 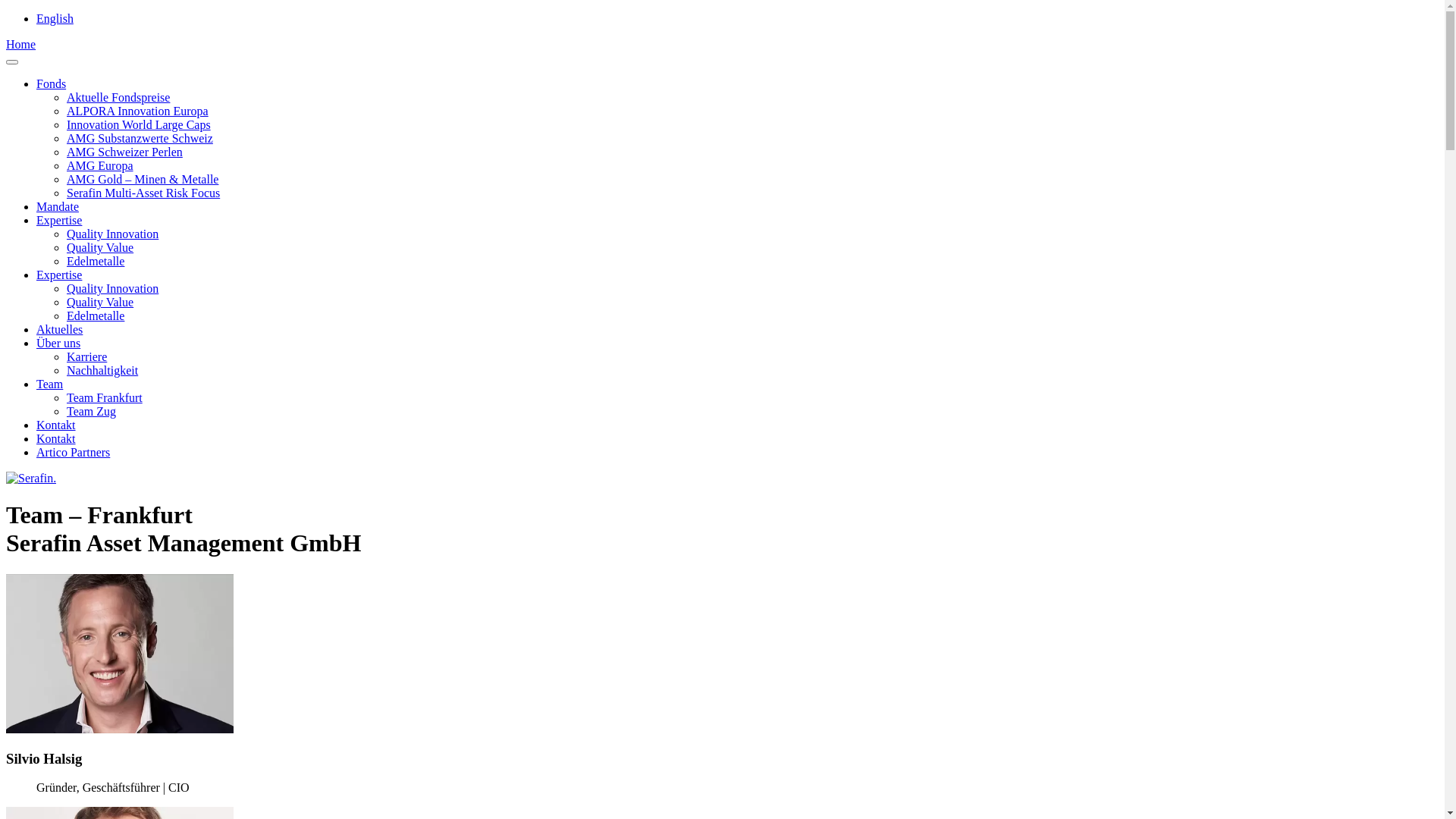 I want to click on 'Mandate', so click(x=58, y=206).